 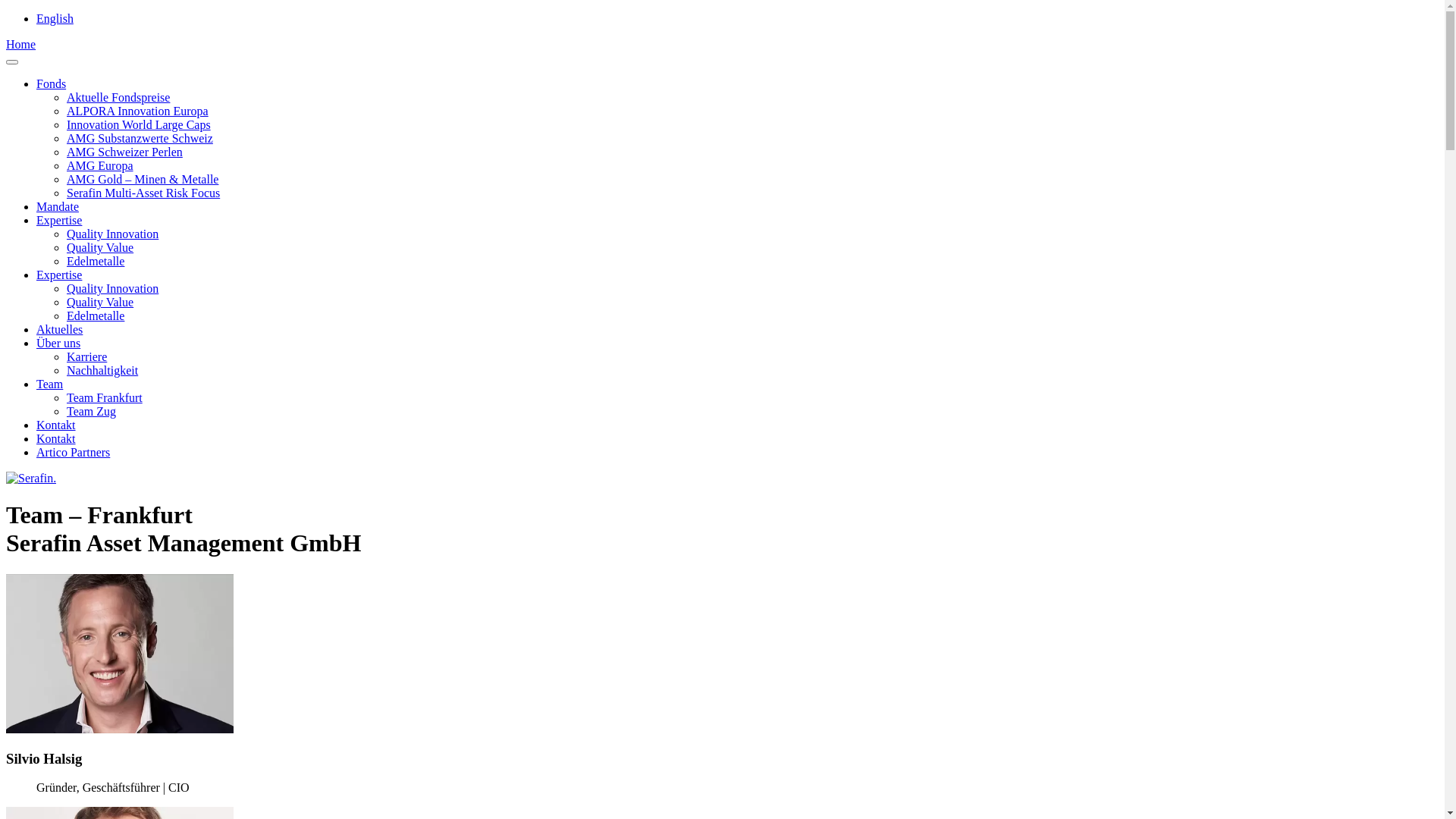 I want to click on 'Mandate', so click(x=58, y=206).